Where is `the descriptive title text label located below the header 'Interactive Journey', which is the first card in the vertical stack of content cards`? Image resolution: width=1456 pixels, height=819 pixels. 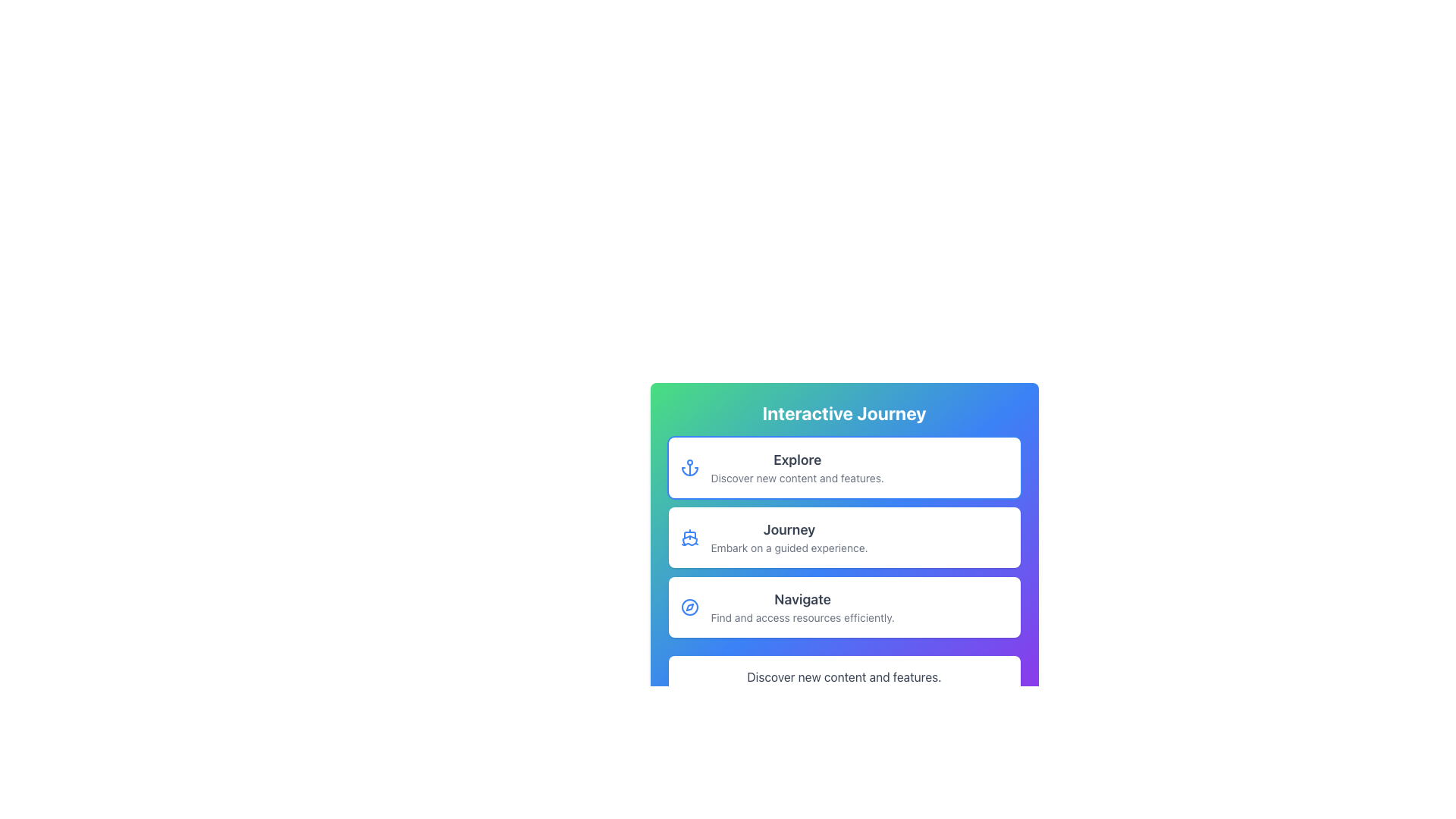
the descriptive title text label located below the header 'Interactive Journey', which is the first card in the vertical stack of content cards is located at coordinates (796, 459).